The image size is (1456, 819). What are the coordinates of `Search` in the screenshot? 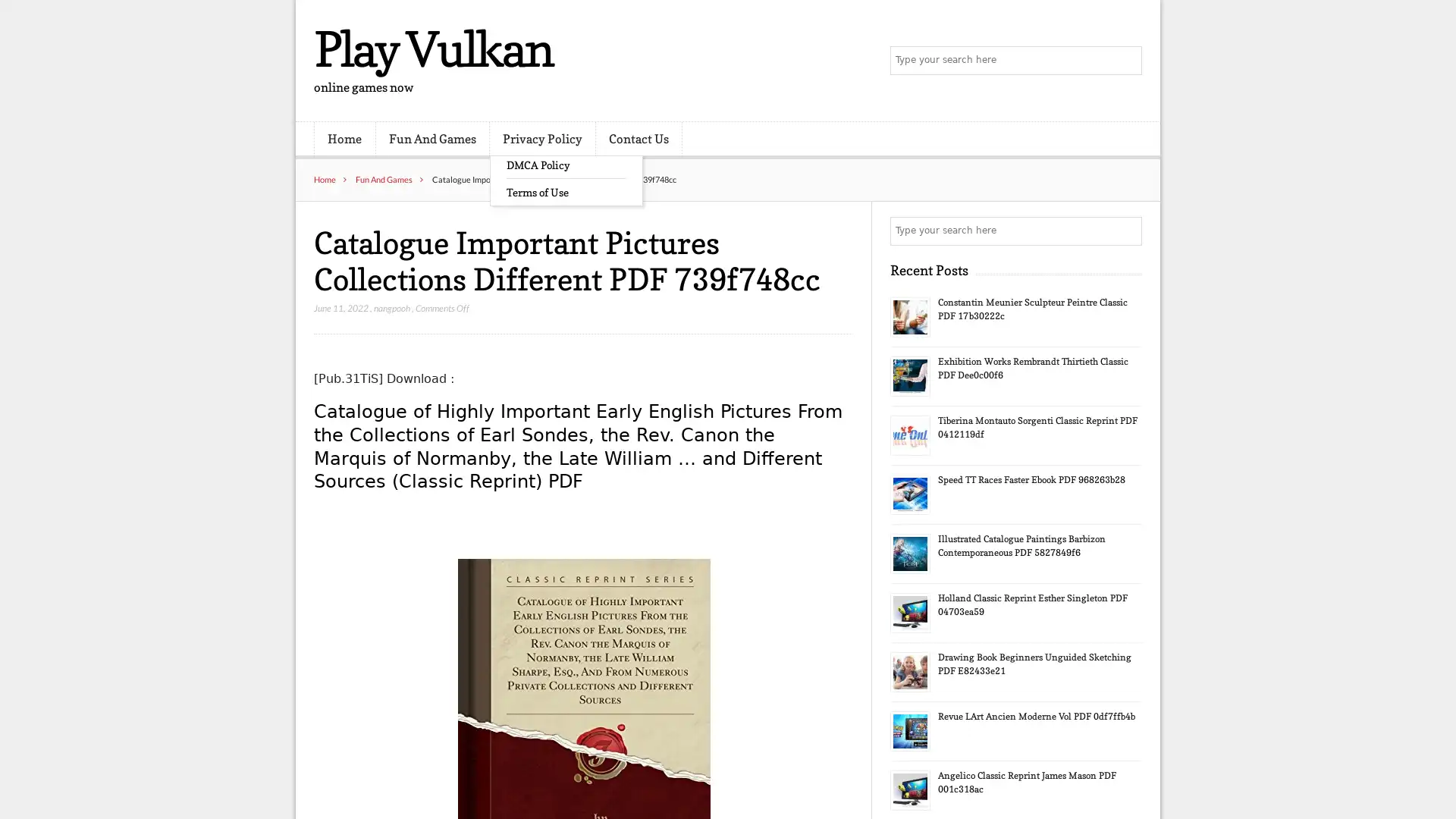 It's located at (1126, 61).